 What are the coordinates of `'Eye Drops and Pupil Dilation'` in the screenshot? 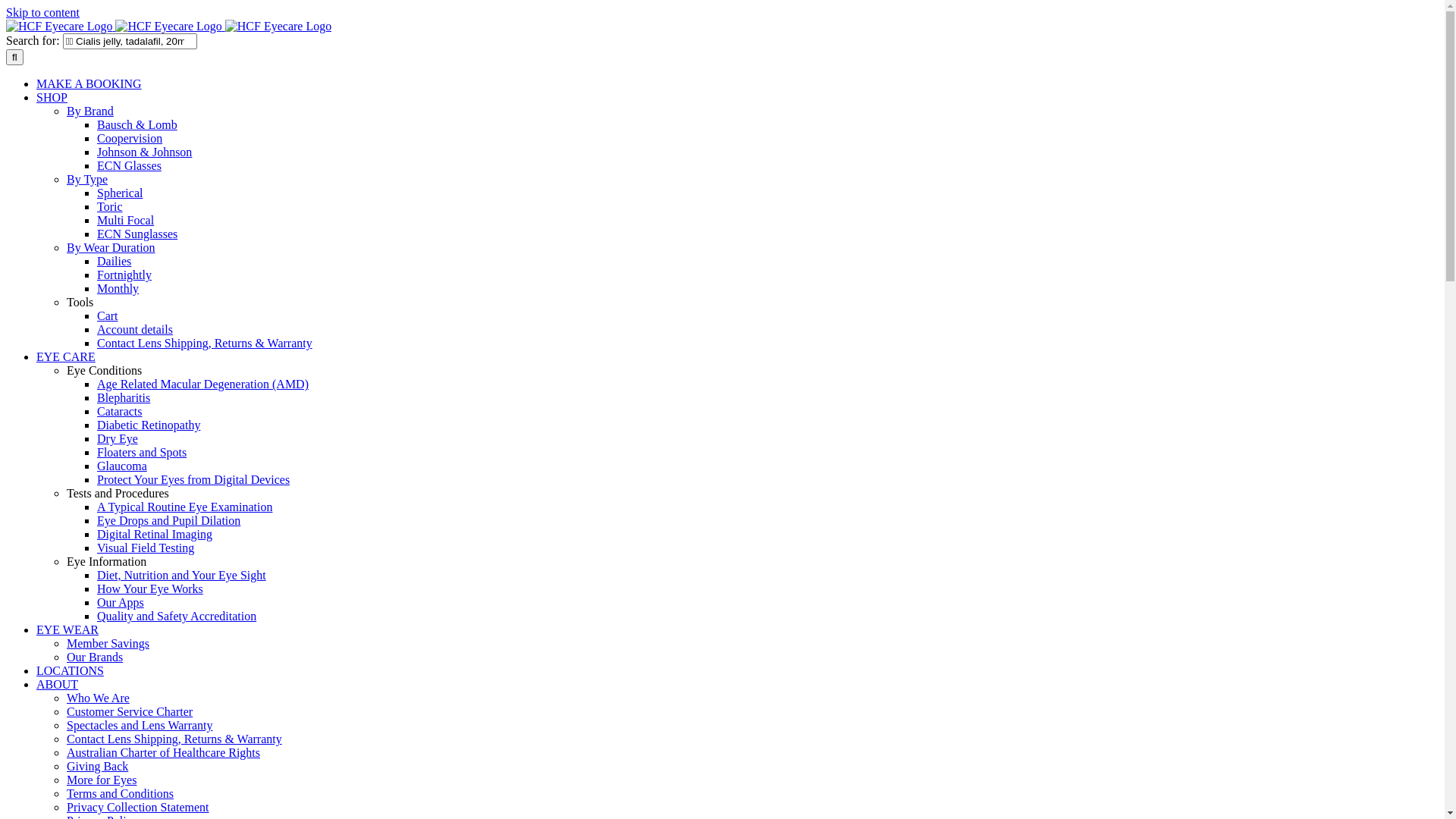 It's located at (168, 519).